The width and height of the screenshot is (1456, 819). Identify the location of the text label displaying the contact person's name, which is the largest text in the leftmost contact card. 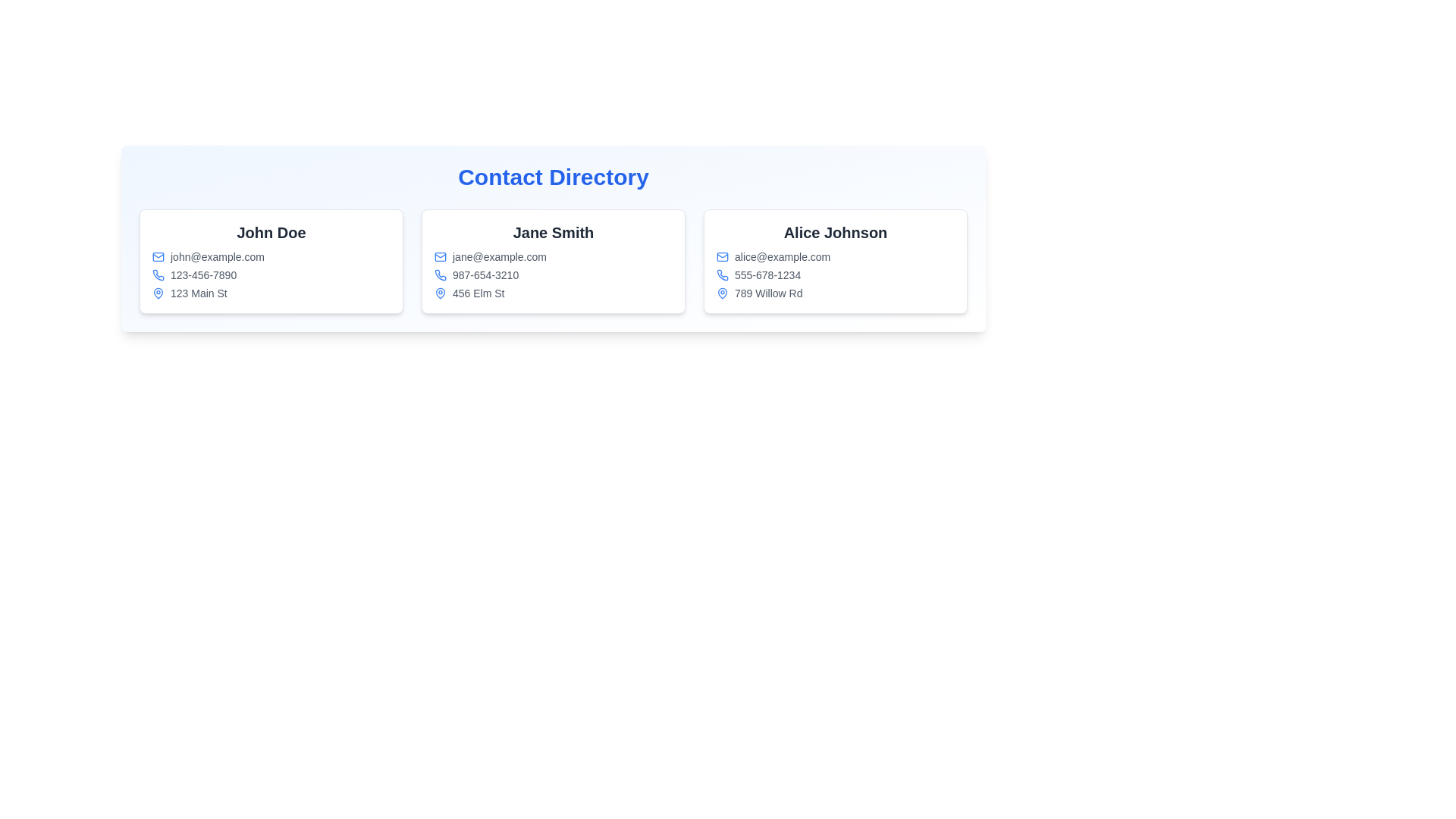
(271, 233).